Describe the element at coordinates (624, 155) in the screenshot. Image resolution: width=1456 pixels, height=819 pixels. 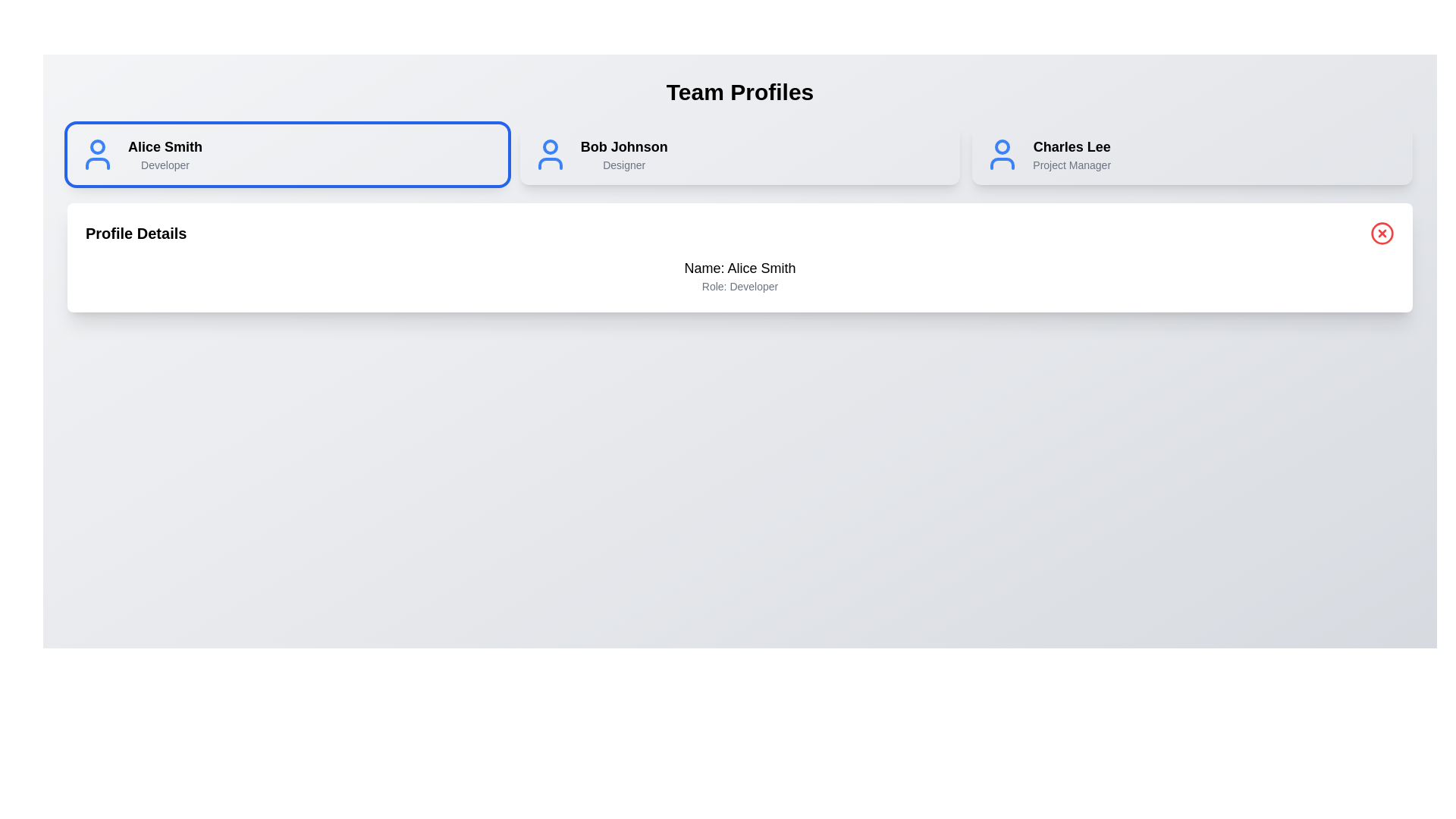
I see `the text display component showing 'Bob Johnson' as part of the second profile card in the Team Profiles section` at that location.